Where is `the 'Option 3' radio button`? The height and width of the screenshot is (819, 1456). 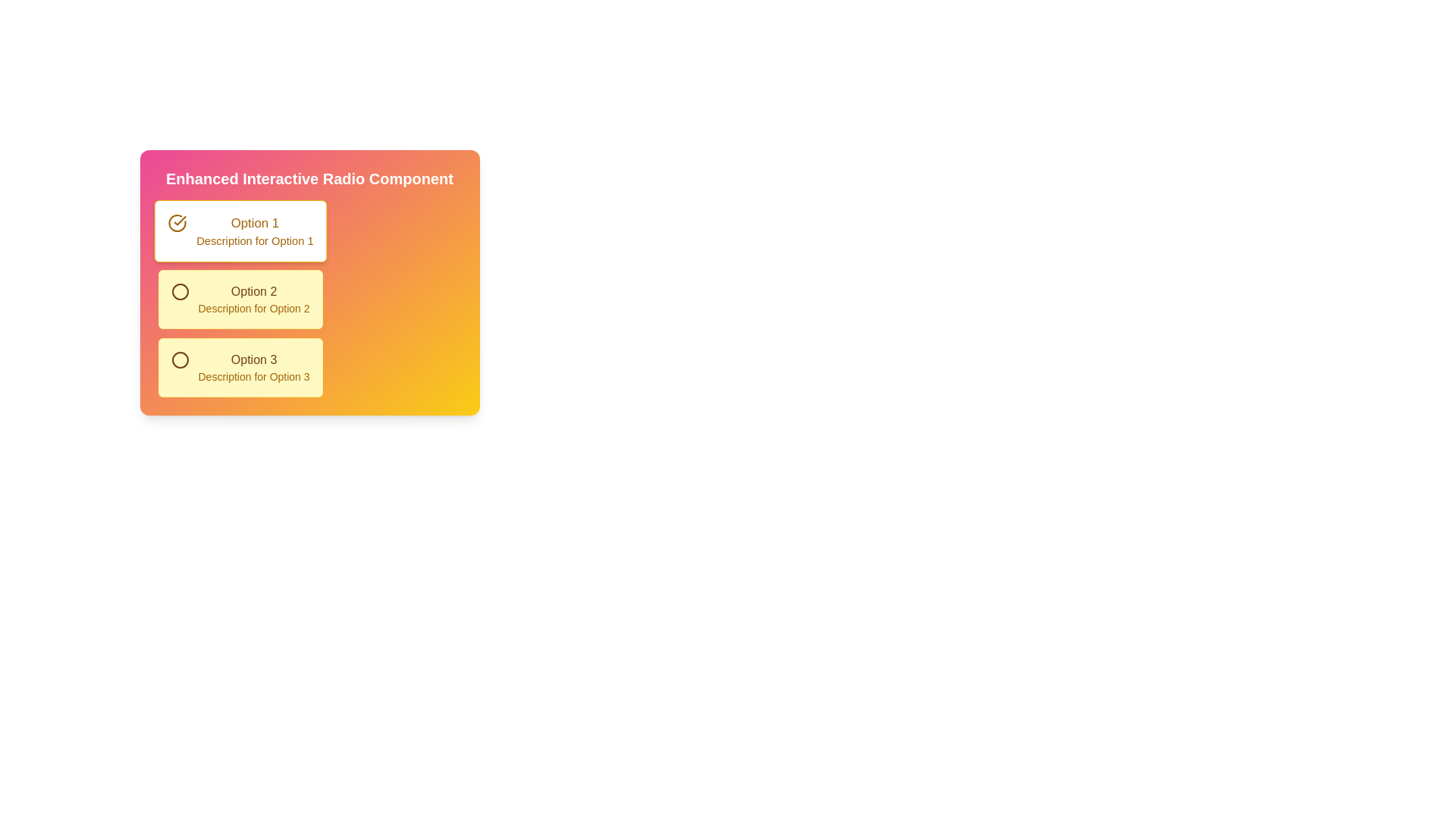 the 'Option 3' radio button is located at coordinates (239, 368).